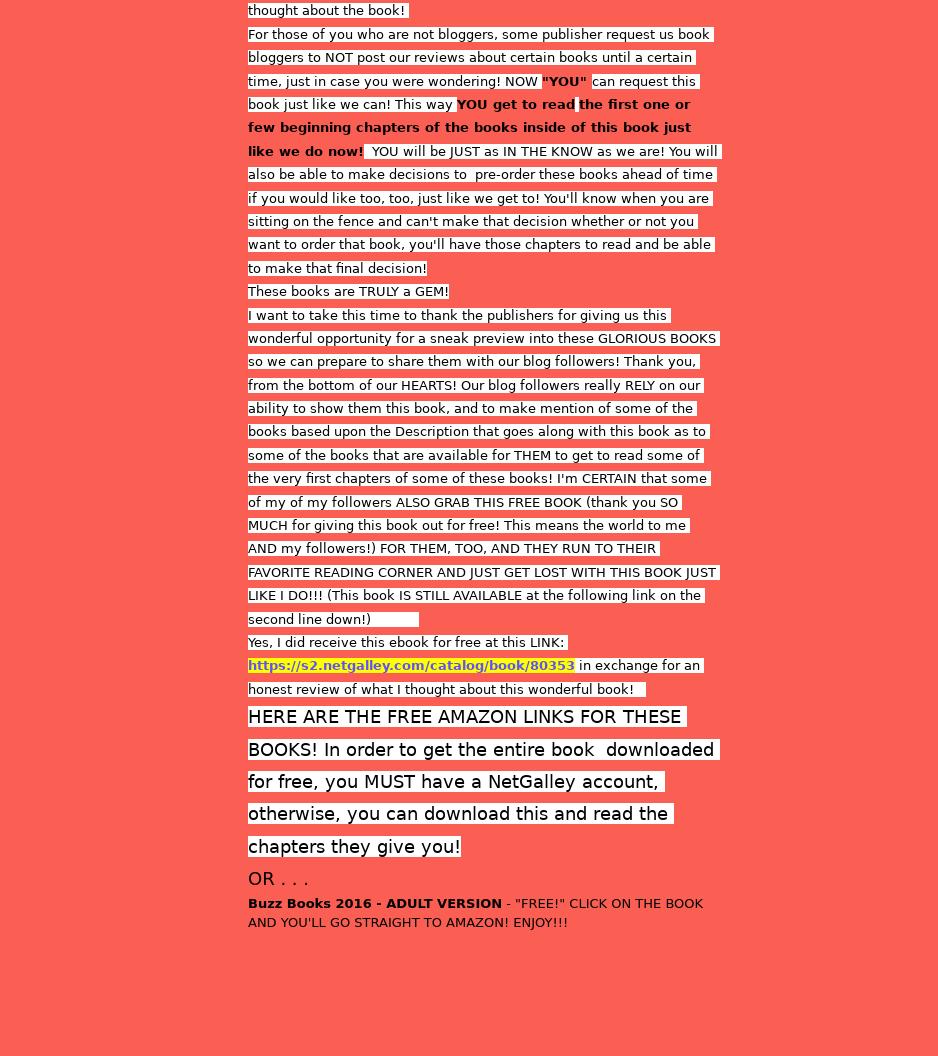  What do you see at coordinates (408, 640) in the screenshot?
I see `'Yes, I did receive this ebook for free at this LINK:'` at bounding box center [408, 640].